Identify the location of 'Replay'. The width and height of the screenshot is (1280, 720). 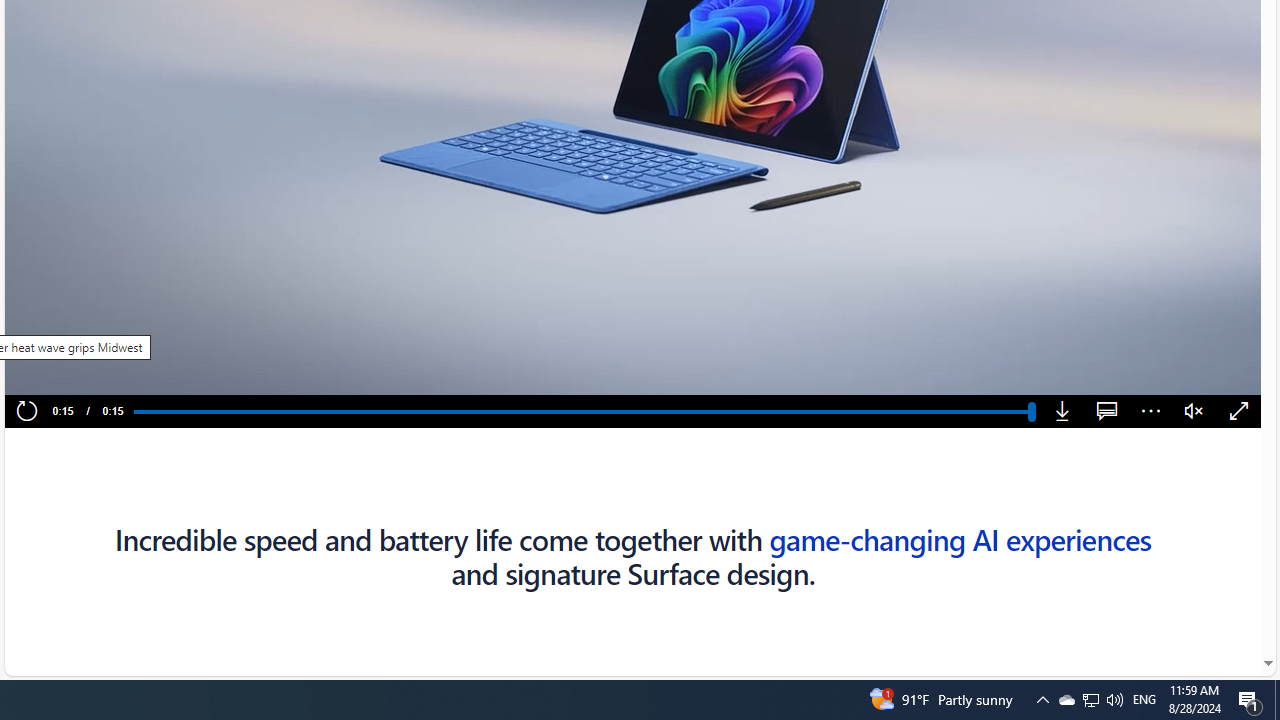
(26, 411).